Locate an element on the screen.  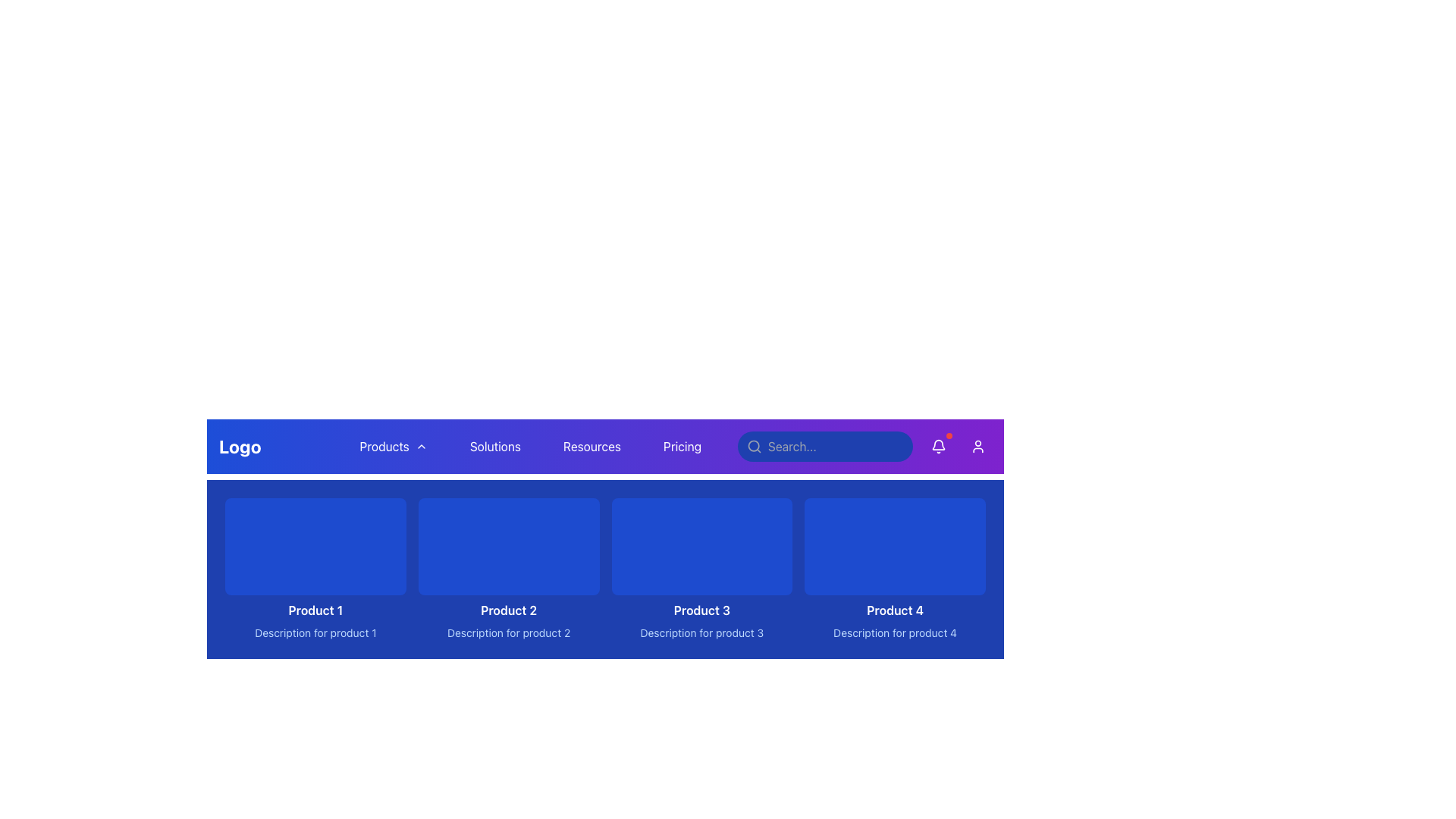
the search input field located in the navigation bar, which is the second element from the left, to trigger focus effects is located at coordinates (824, 446).